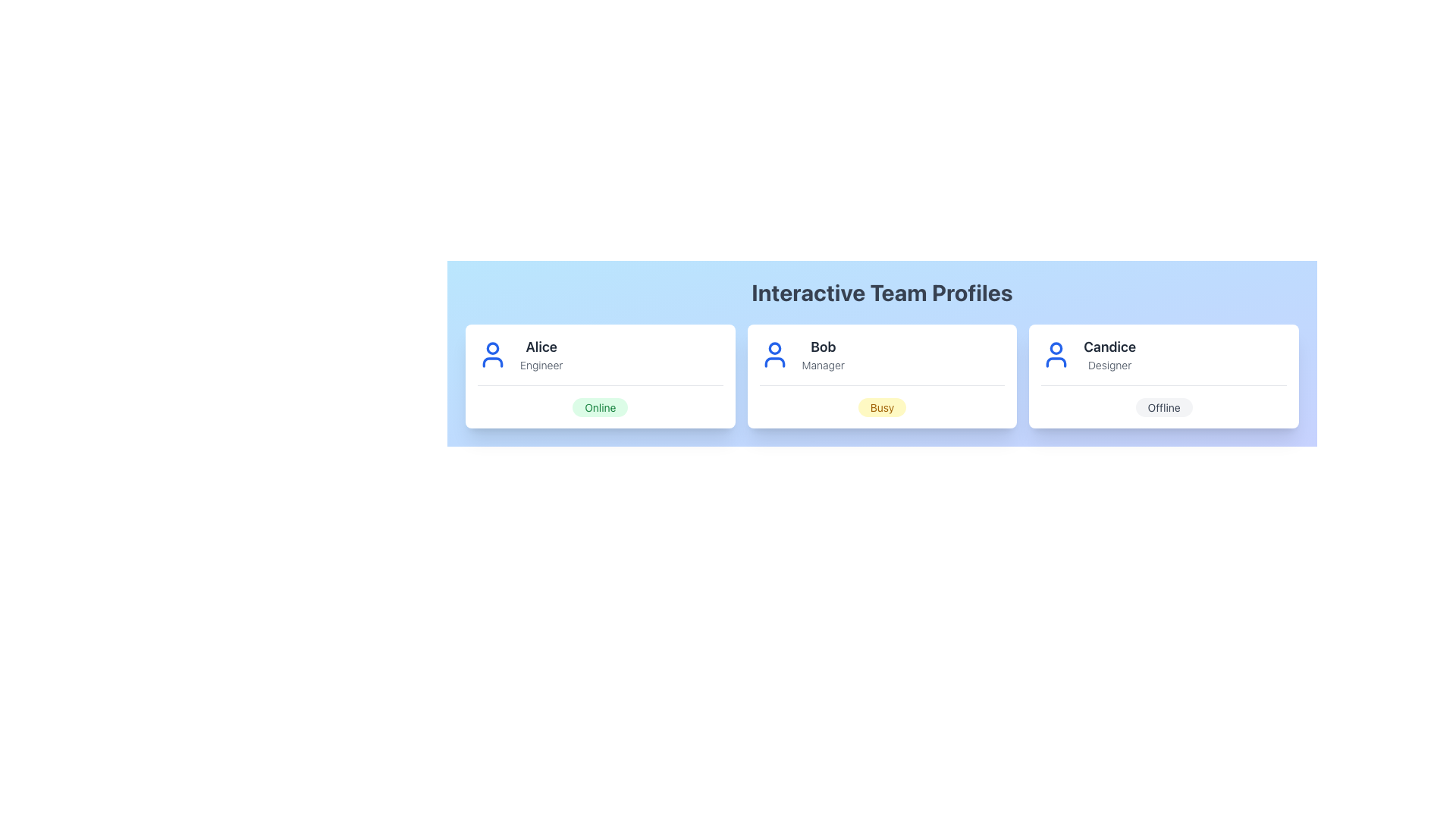  I want to click on the outlined blue user icon located at the top-left corner of Candice's profile card, above the text 'Candice' and 'Designer', so click(1056, 354).